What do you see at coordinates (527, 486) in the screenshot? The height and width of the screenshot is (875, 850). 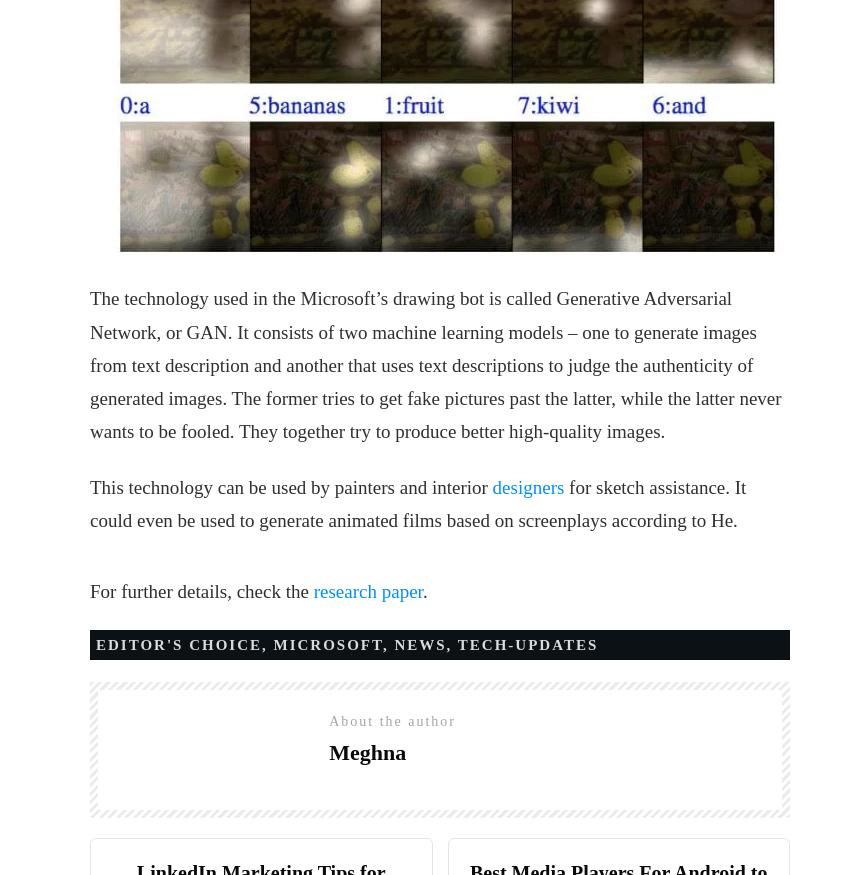 I see `'designers'` at bounding box center [527, 486].